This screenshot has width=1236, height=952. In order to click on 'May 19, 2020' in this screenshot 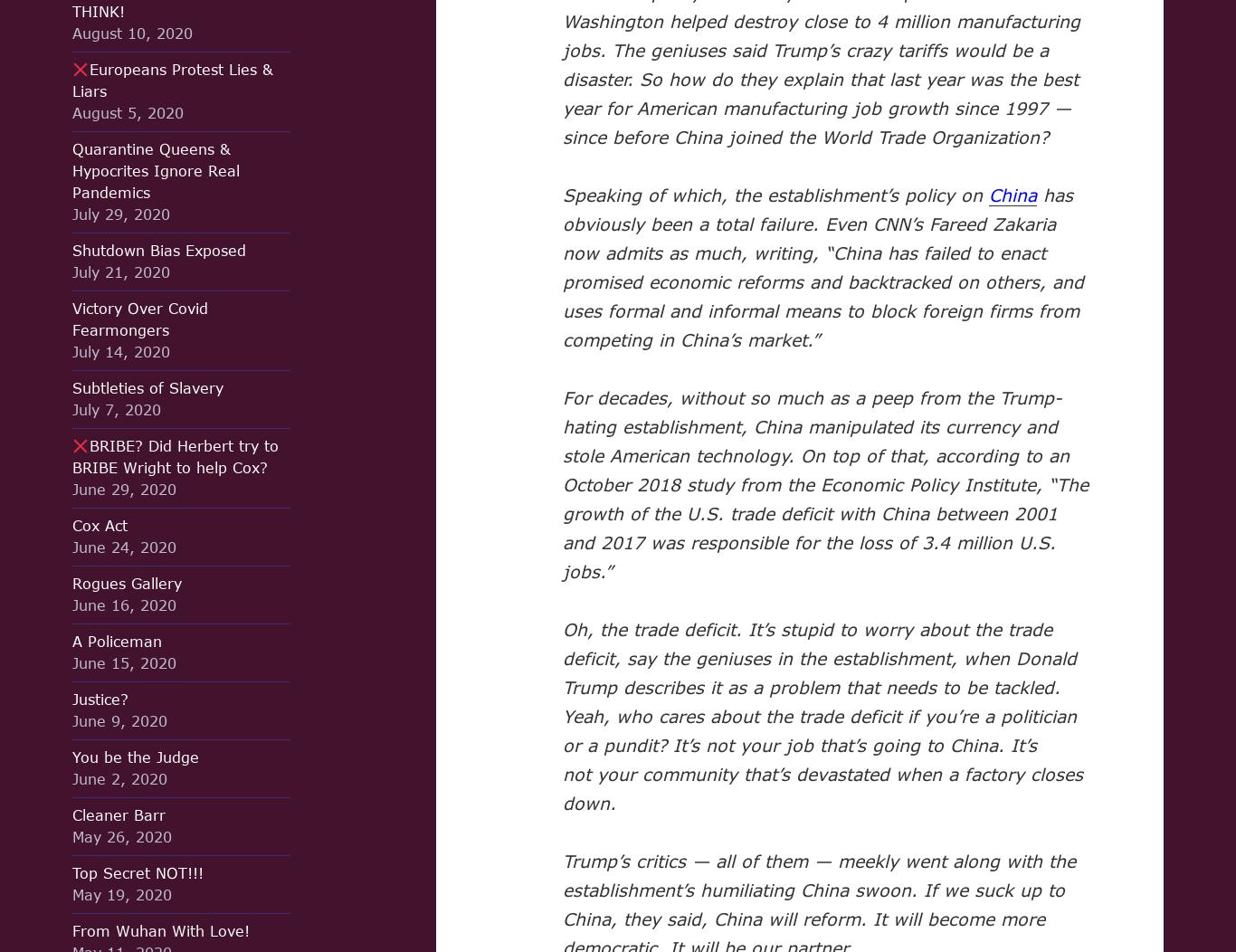, I will do `click(72, 894)`.